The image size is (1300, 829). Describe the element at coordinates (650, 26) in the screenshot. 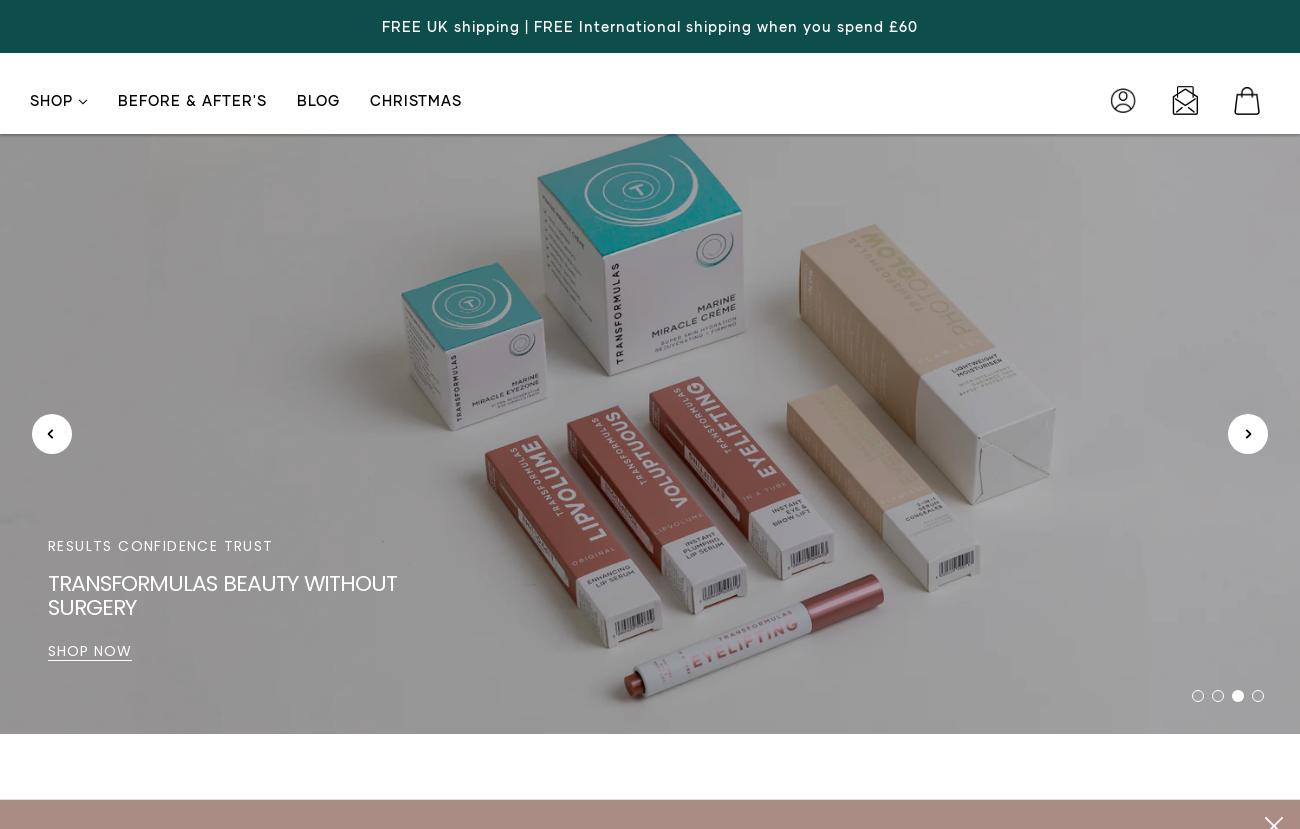

I see `'FREE UK shipping | FREE International shipping when you spend £60'` at that location.